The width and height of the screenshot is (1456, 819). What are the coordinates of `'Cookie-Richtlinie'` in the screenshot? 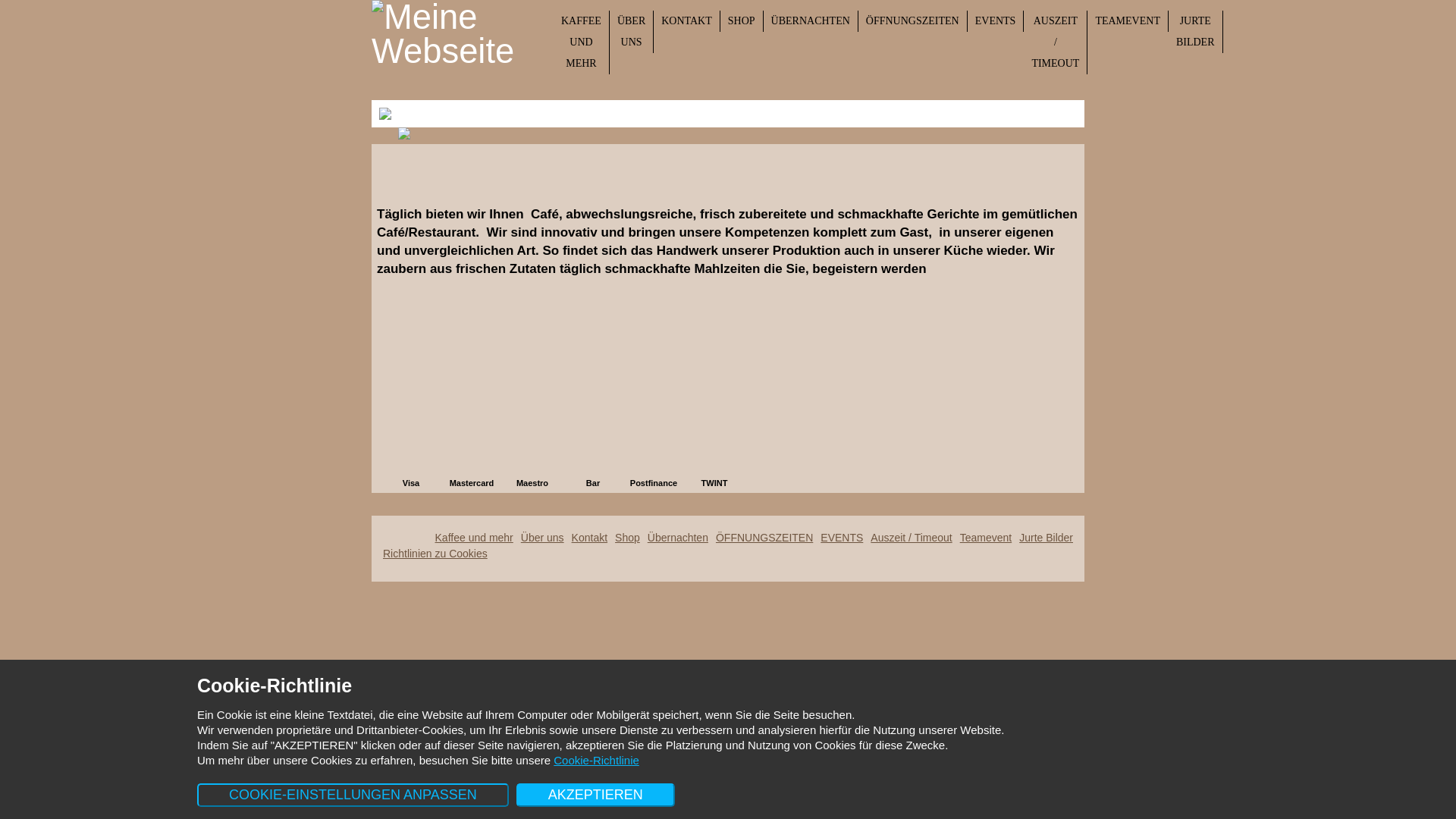 It's located at (595, 760).